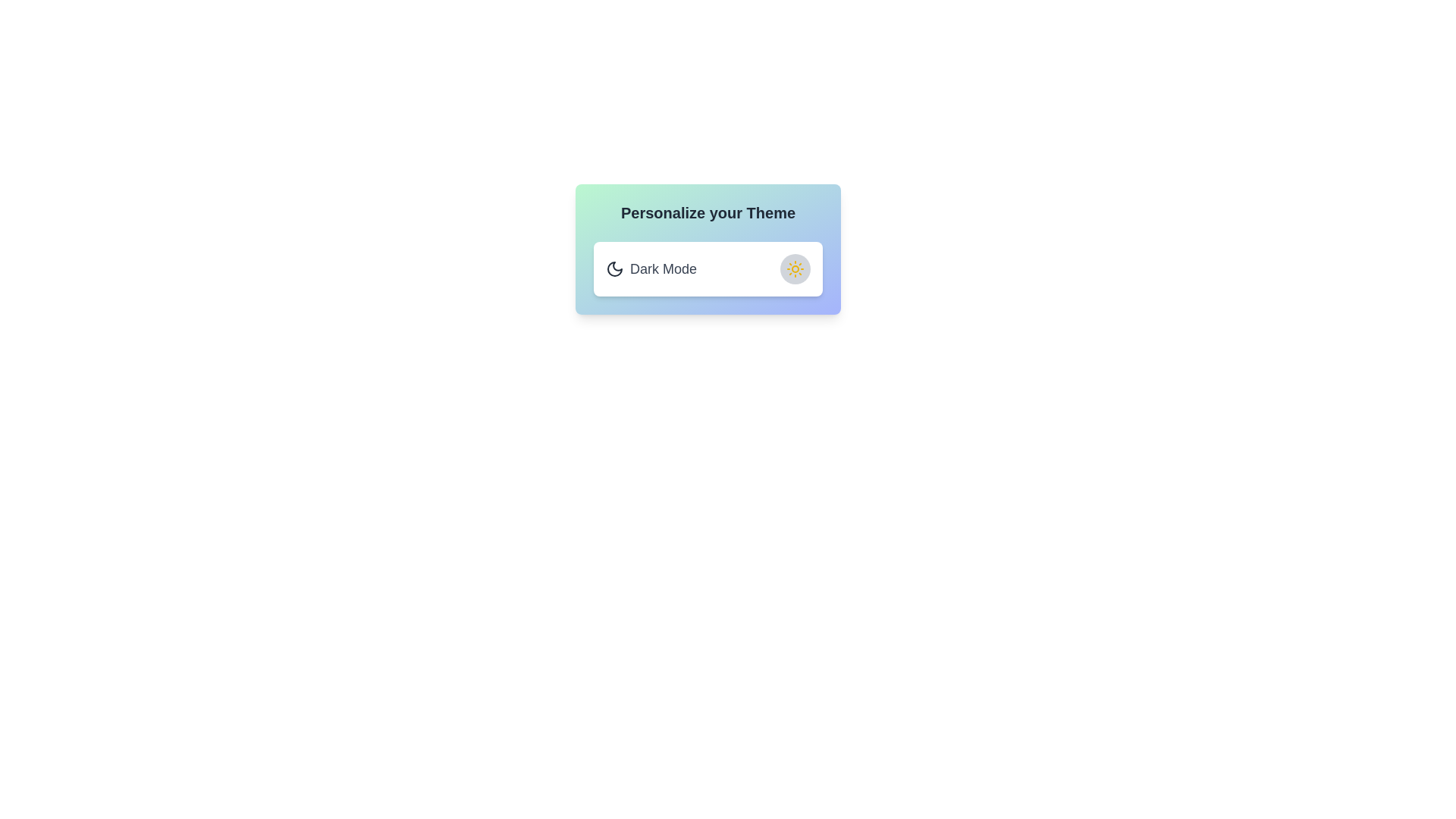 The image size is (1456, 819). I want to click on the toggle button to switch the dark mode setting, so click(795, 268).